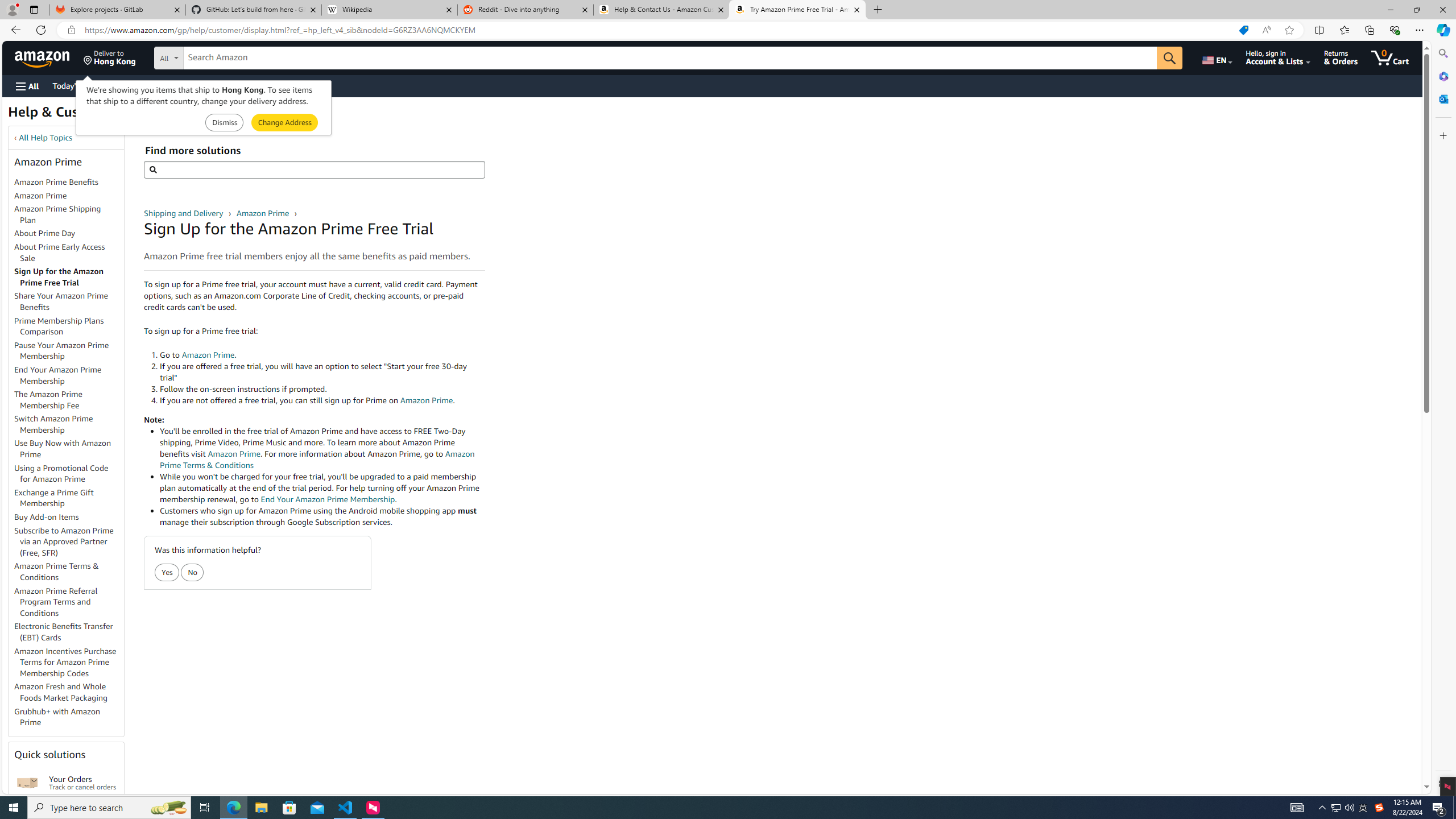 The width and height of the screenshot is (1456, 819). I want to click on 'Exchange a Prime Gift Membership', so click(53, 497).